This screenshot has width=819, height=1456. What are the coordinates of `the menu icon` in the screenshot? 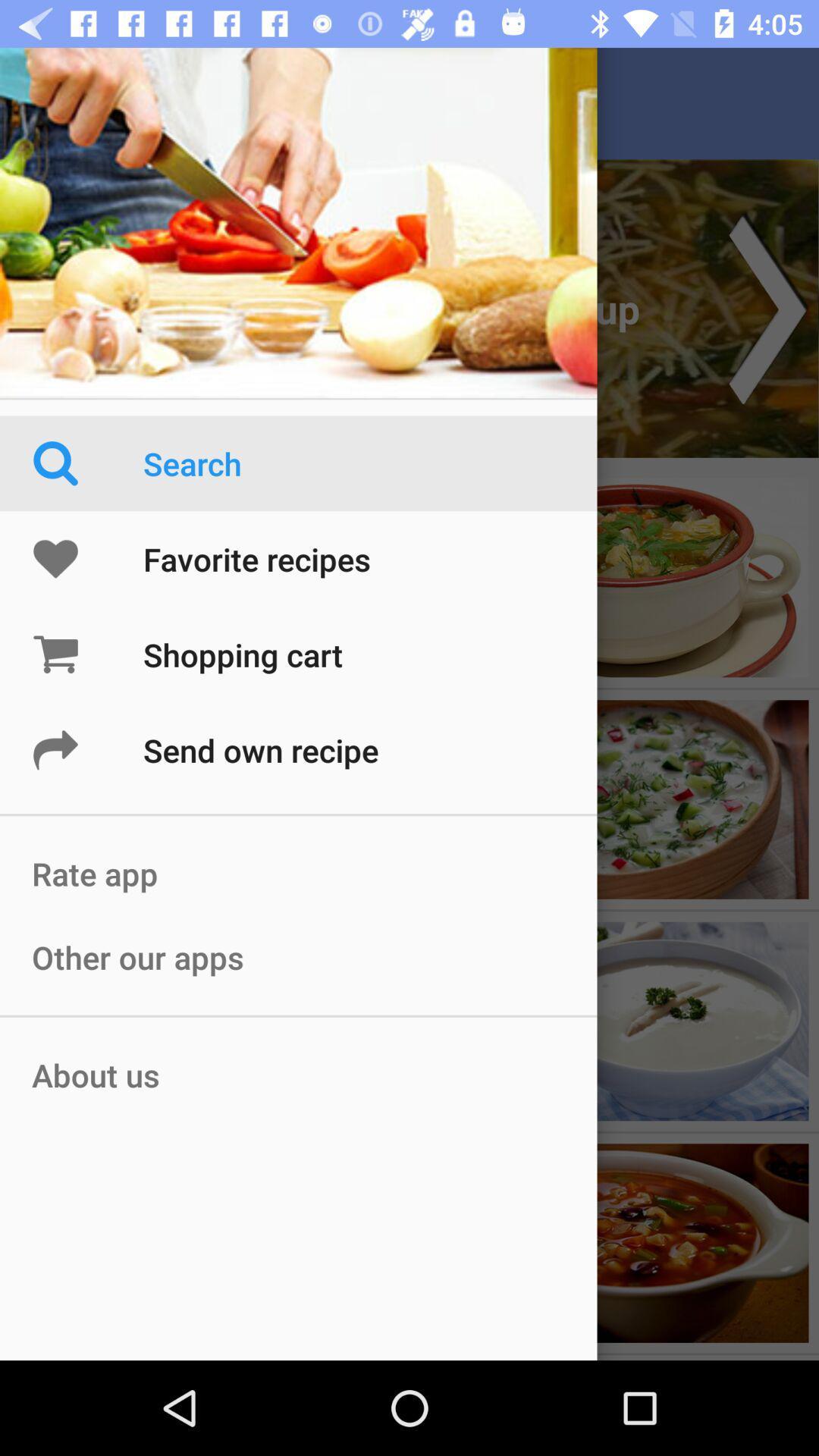 It's located at (49, 307).